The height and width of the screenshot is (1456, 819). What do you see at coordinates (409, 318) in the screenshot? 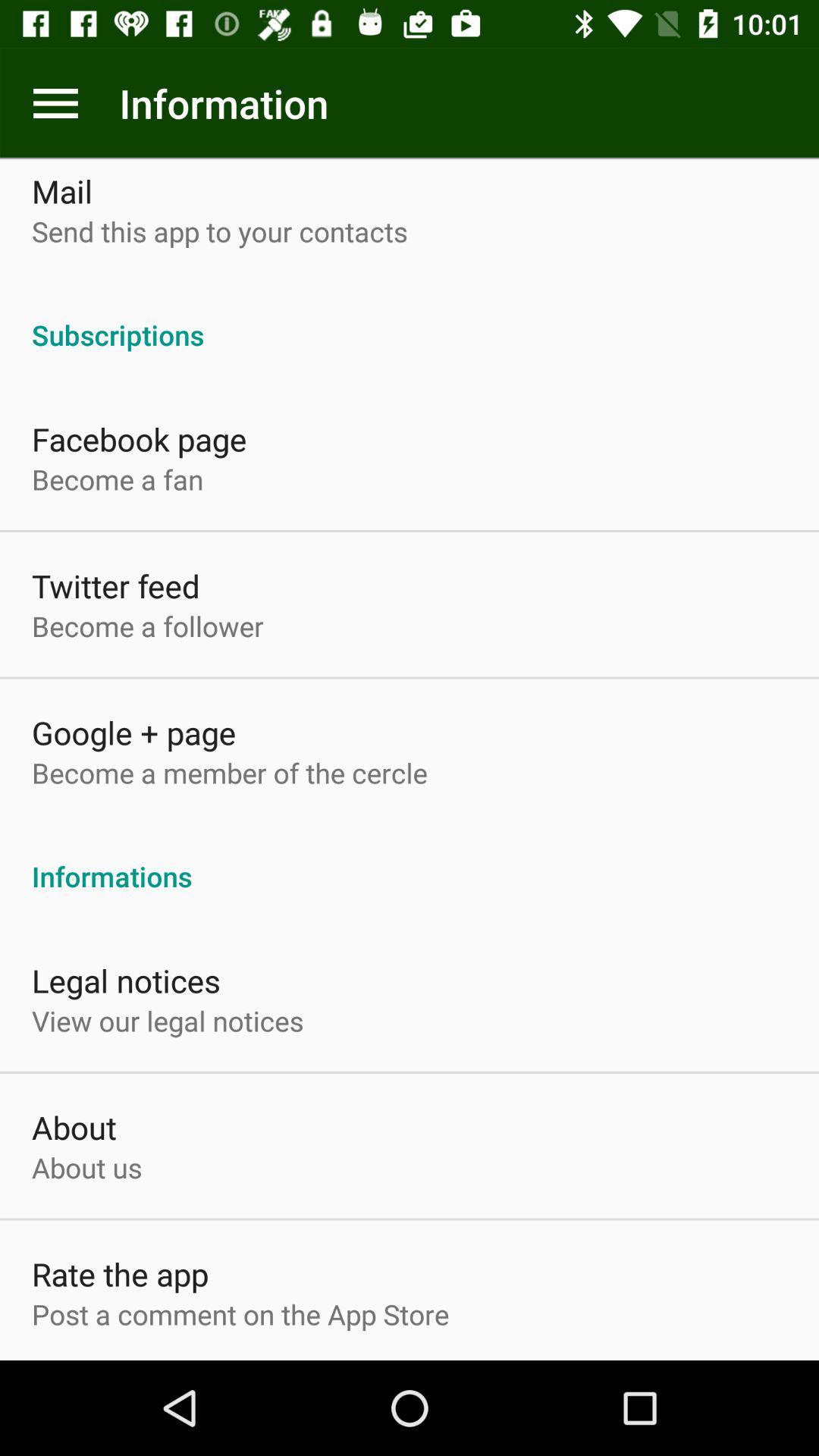
I see `item below send this app icon` at bounding box center [409, 318].